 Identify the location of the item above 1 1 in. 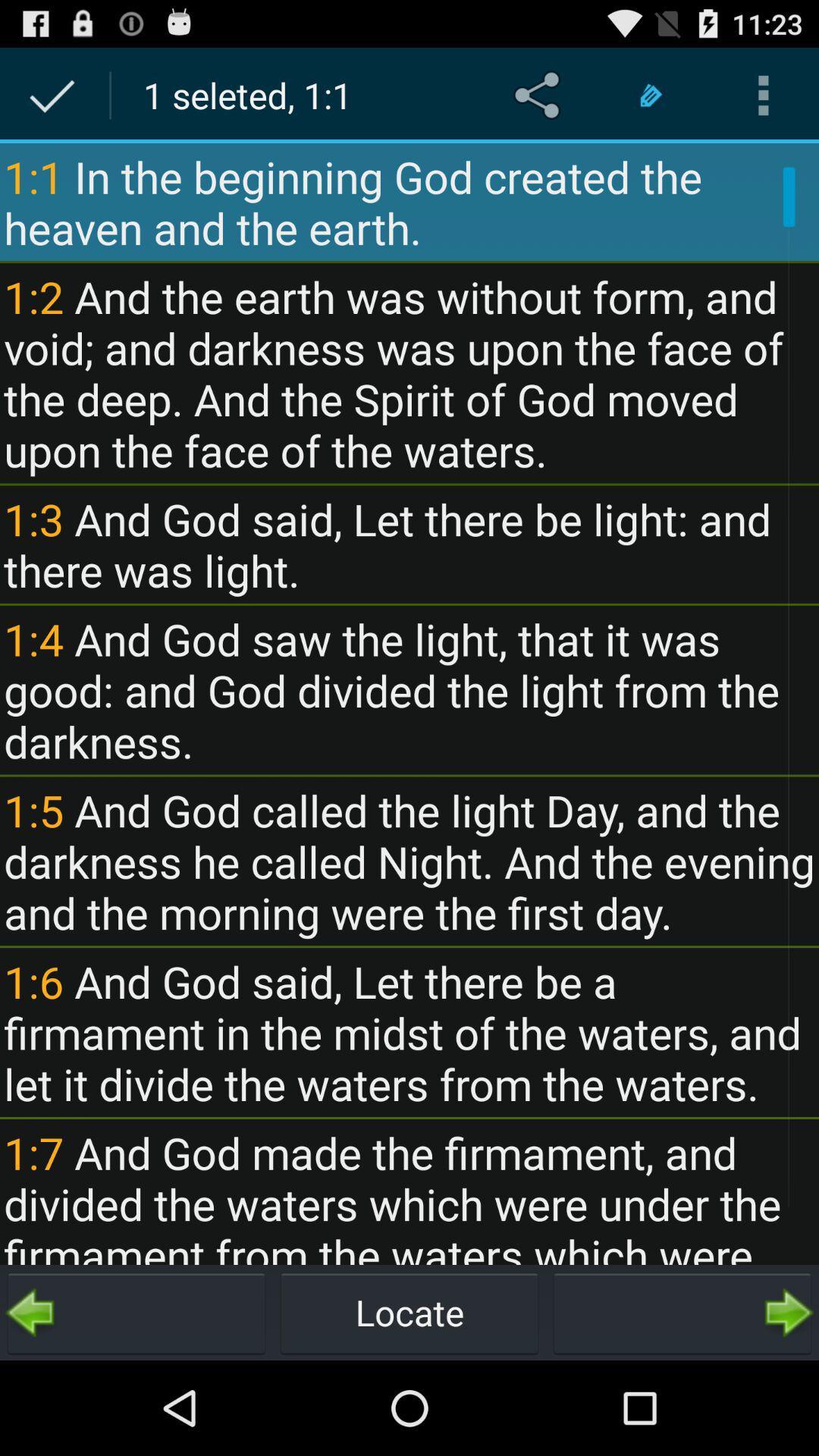
(539, 94).